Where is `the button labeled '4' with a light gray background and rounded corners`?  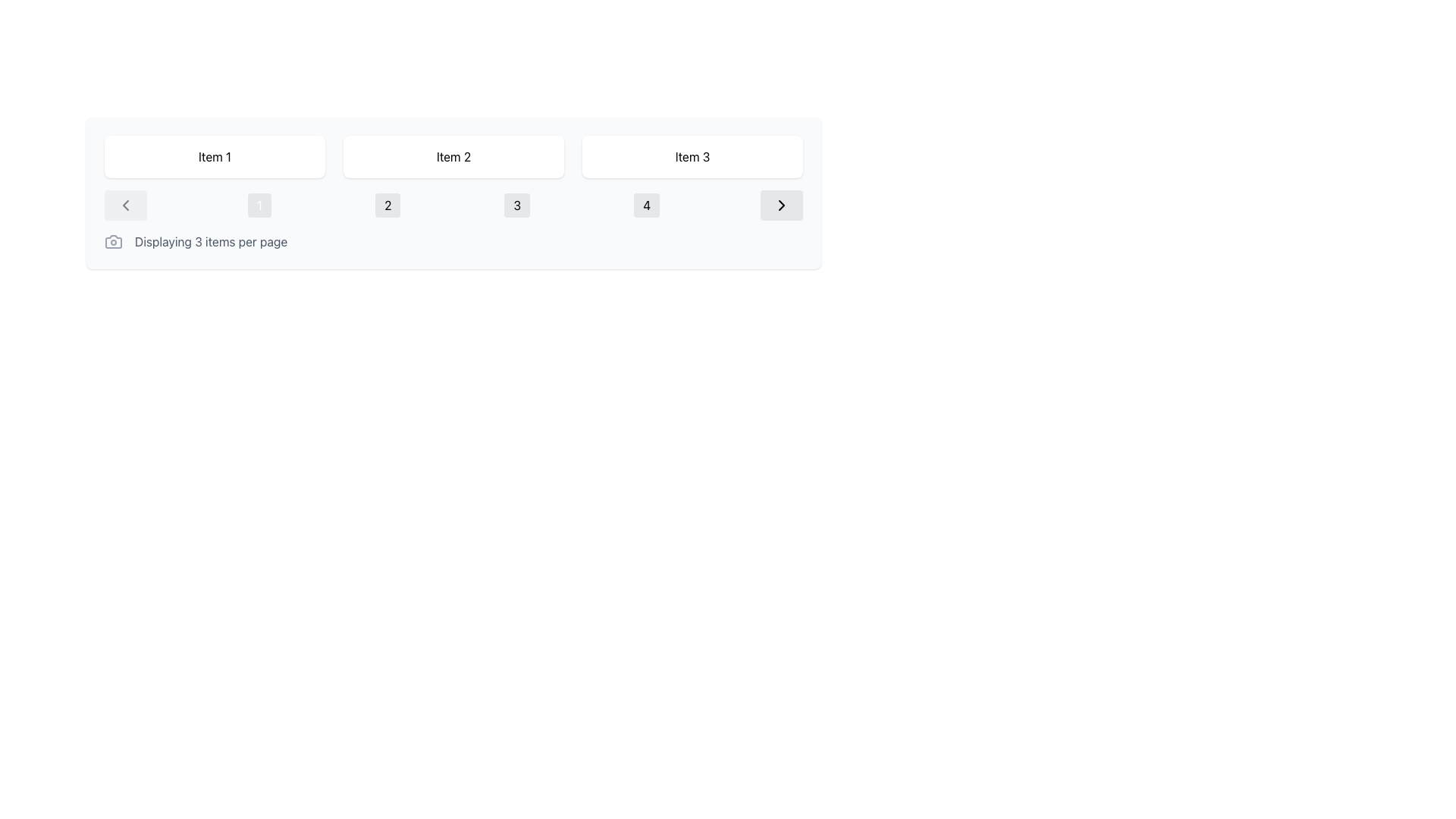 the button labeled '4' with a light gray background and rounded corners is located at coordinates (647, 205).